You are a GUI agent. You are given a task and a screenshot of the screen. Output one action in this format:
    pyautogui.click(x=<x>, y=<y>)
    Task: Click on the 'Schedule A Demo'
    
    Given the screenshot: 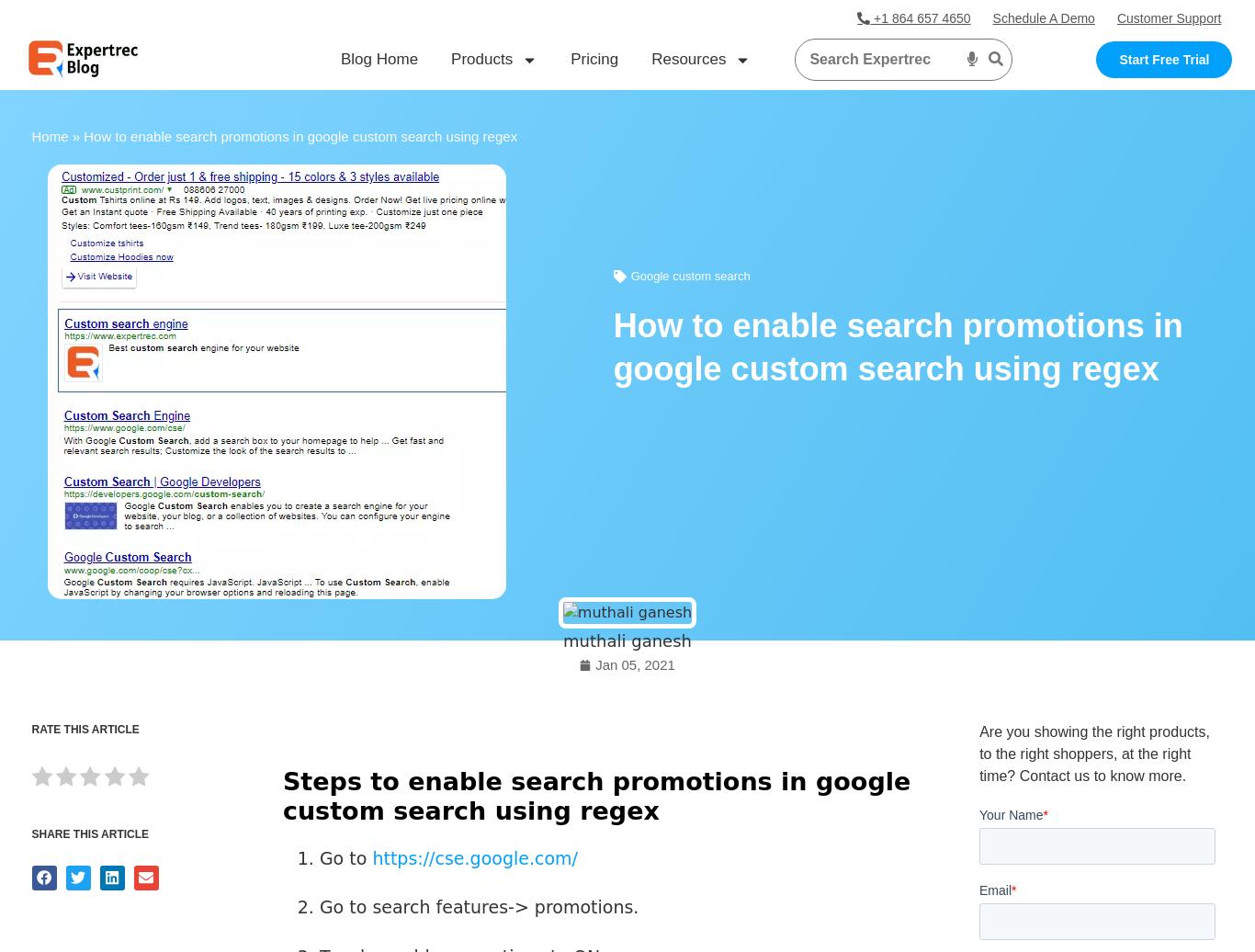 What is the action you would take?
    pyautogui.click(x=1042, y=17)
    